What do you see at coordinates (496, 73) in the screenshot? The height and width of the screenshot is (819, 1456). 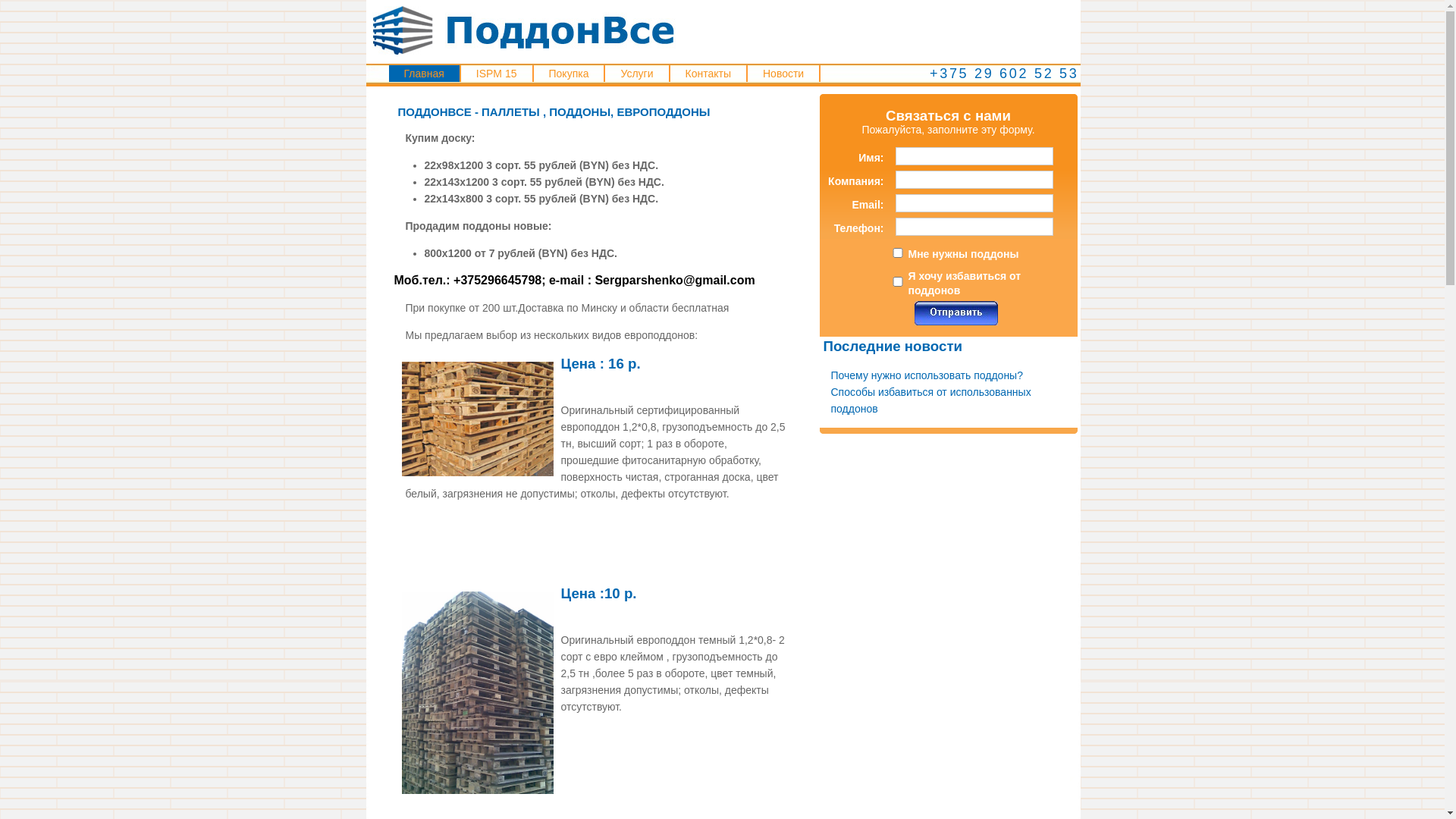 I see `'ISPM 15'` at bounding box center [496, 73].